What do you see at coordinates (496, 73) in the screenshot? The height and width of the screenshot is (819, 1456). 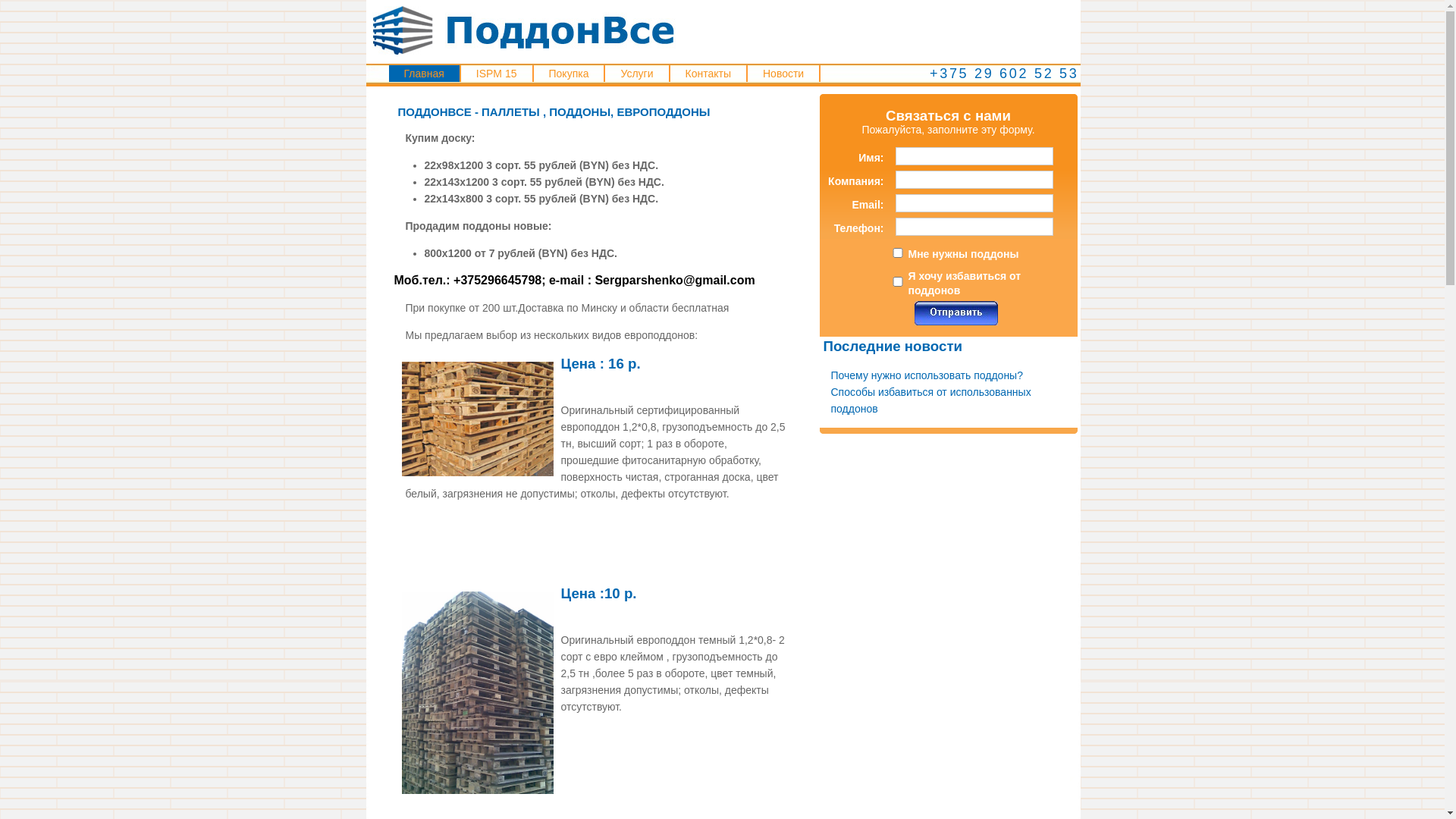 I see `'ISPM 15'` at bounding box center [496, 73].